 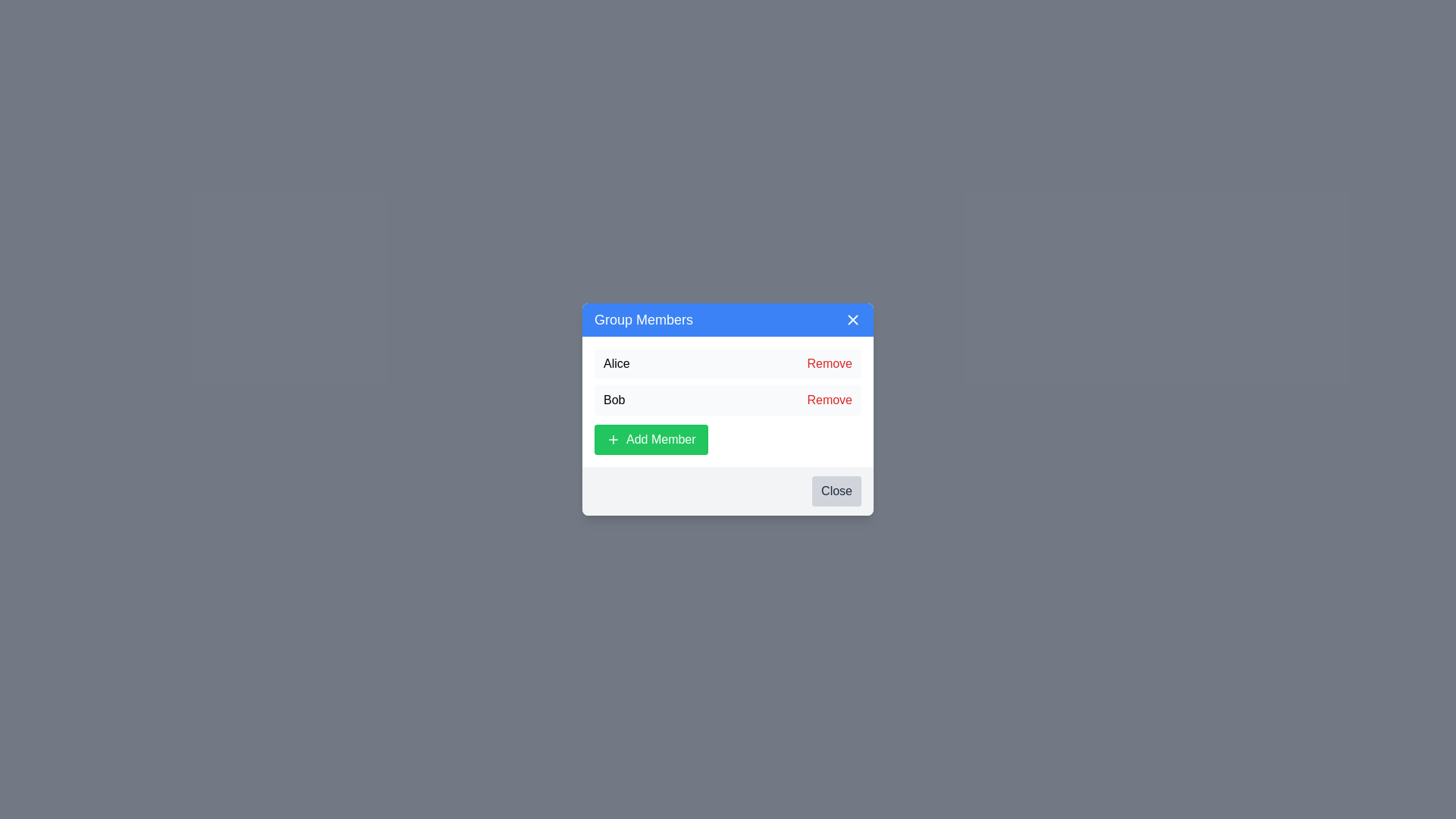 I want to click on the plus icon located to the left of the 'Add Member' text within the button in the lower-left quadrant of the popup dialog, so click(x=613, y=439).